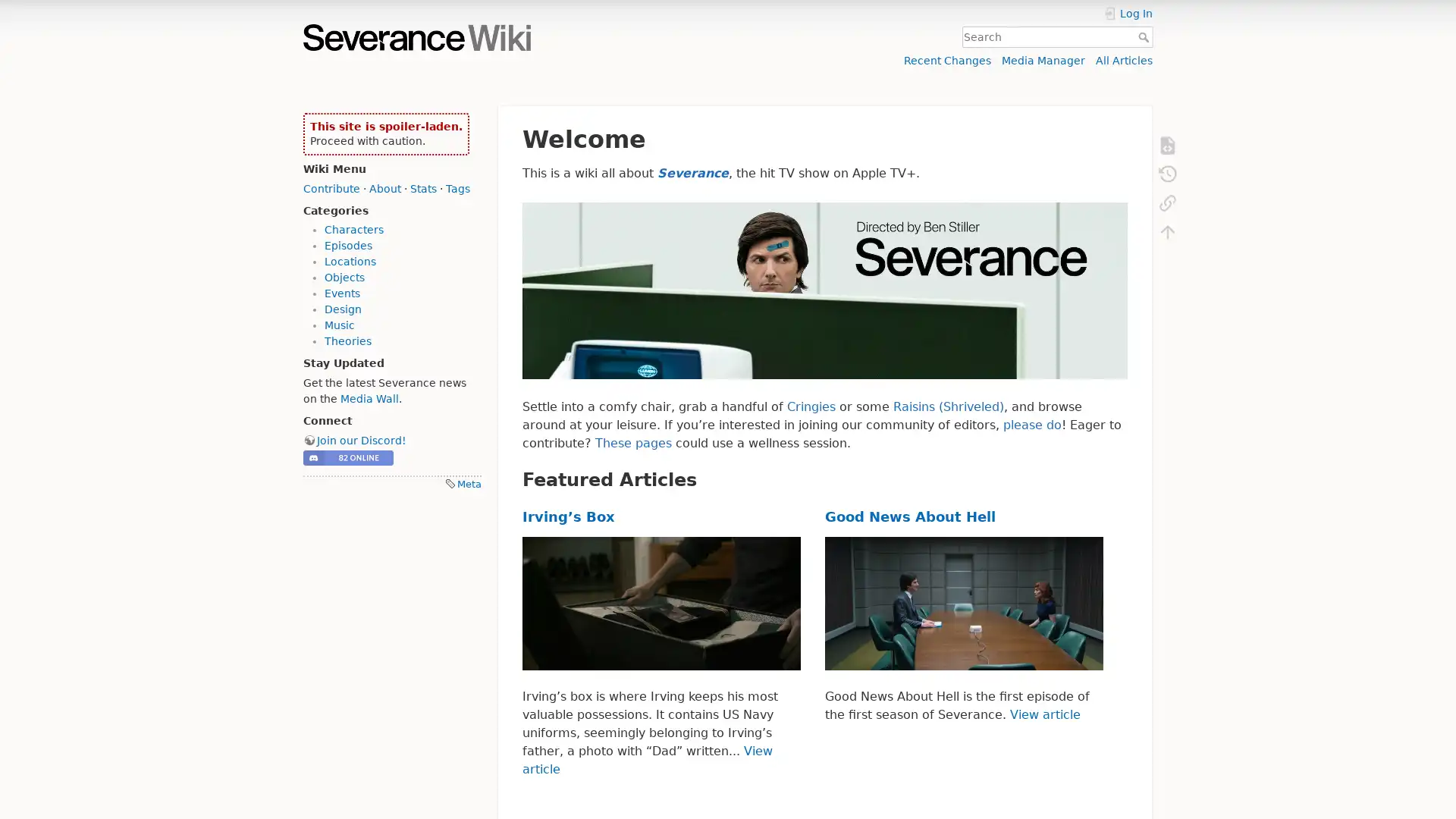 Image resolution: width=1456 pixels, height=819 pixels. What do you see at coordinates (1145, 36) in the screenshot?
I see `Search` at bounding box center [1145, 36].